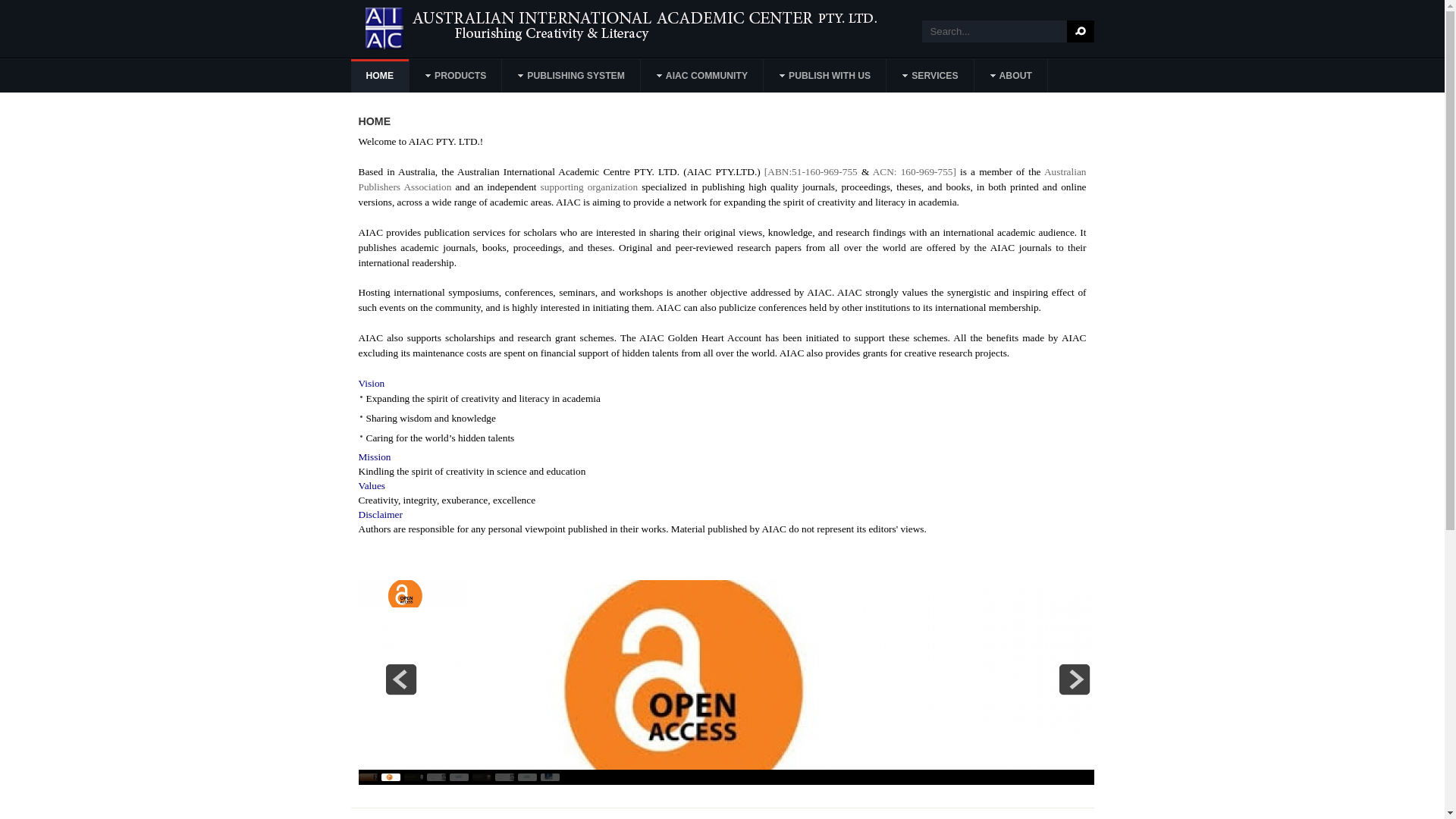 The height and width of the screenshot is (819, 1456). What do you see at coordinates (612, 186) in the screenshot?
I see `'organization'` at bounding box center [612, 186].